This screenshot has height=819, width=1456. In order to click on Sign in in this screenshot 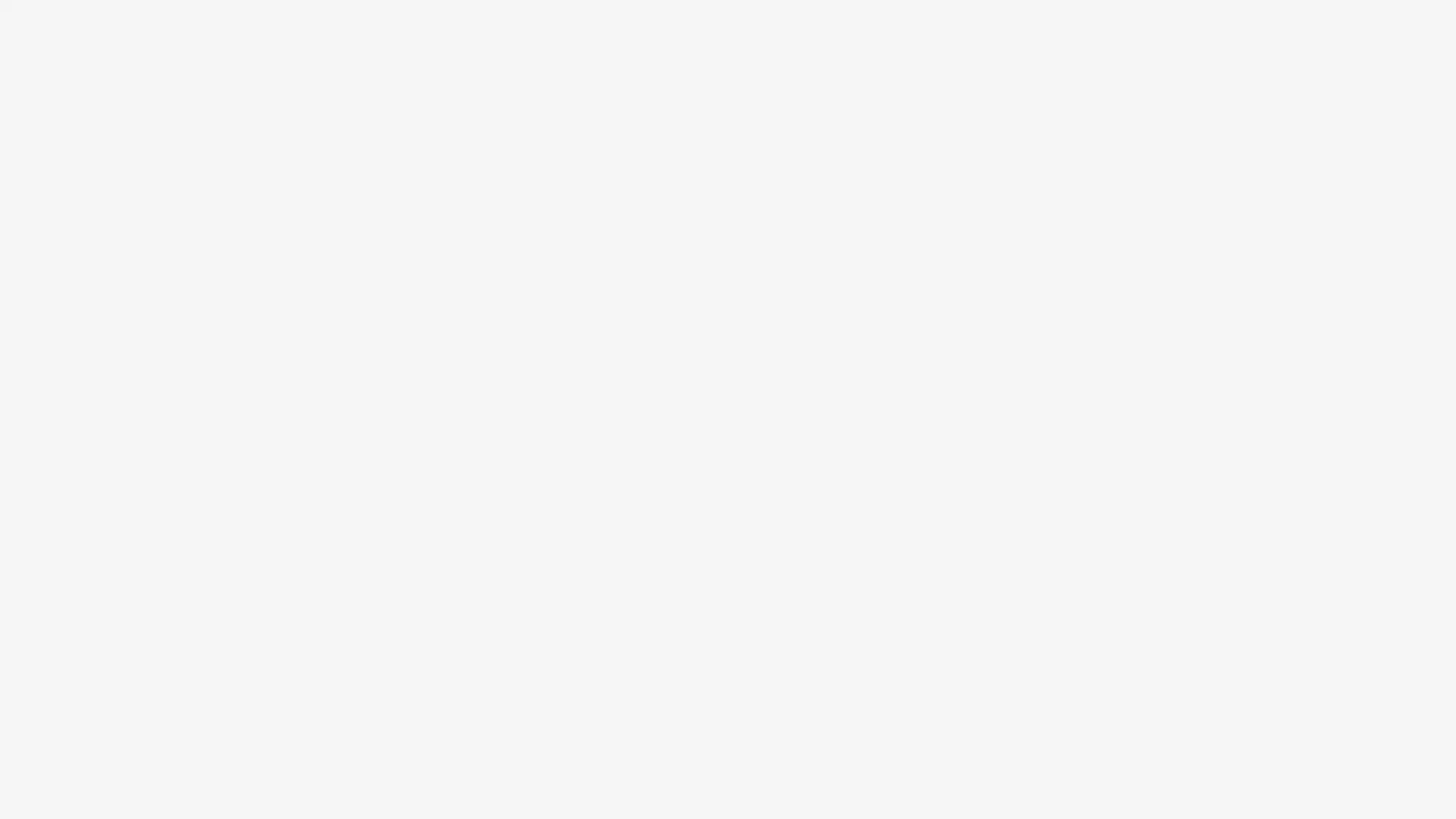, I will do `click(604, 275)`.